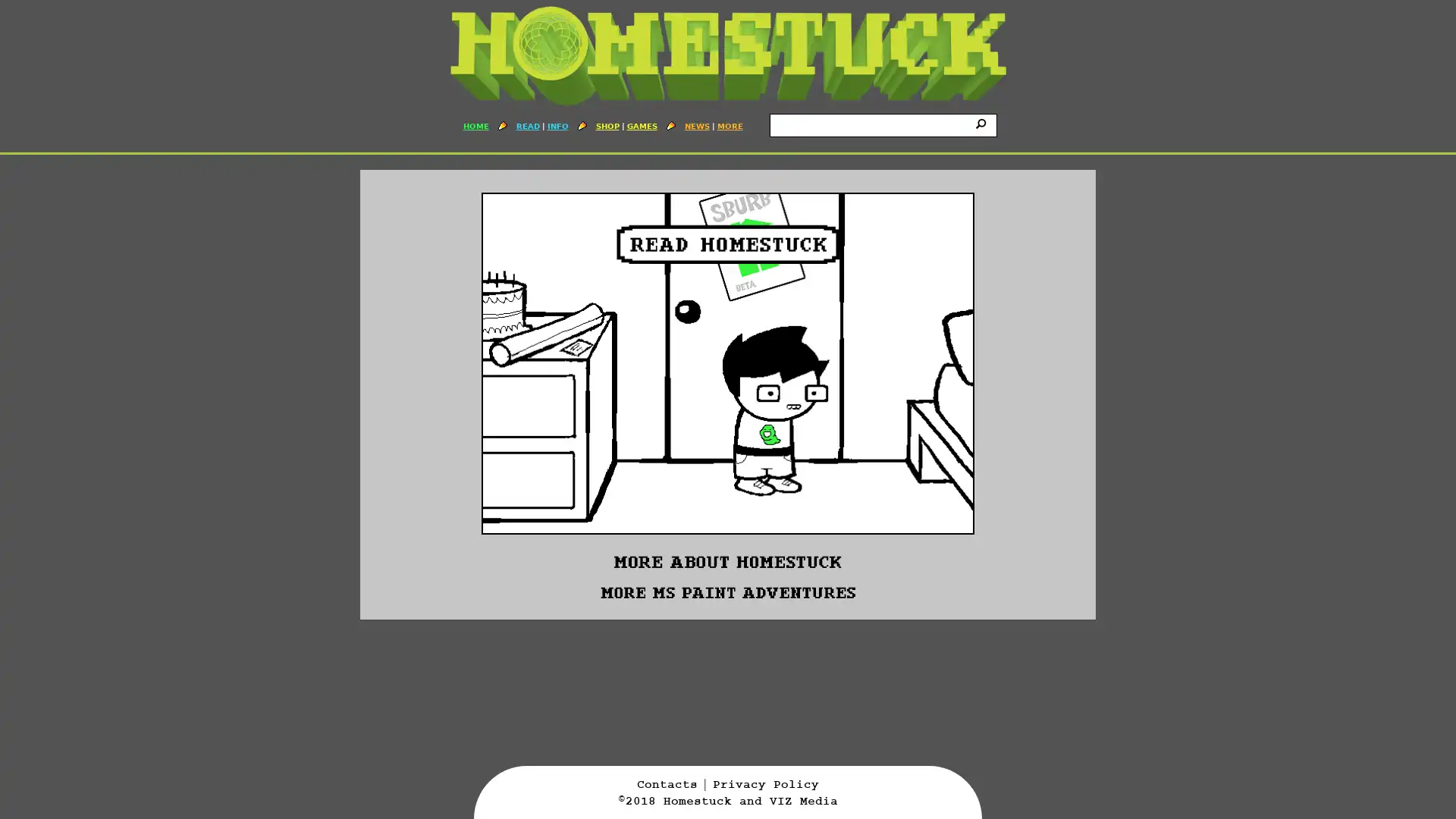  Describe the element at coordinates (983, 122) in the screenshot. I see `i` at that location.